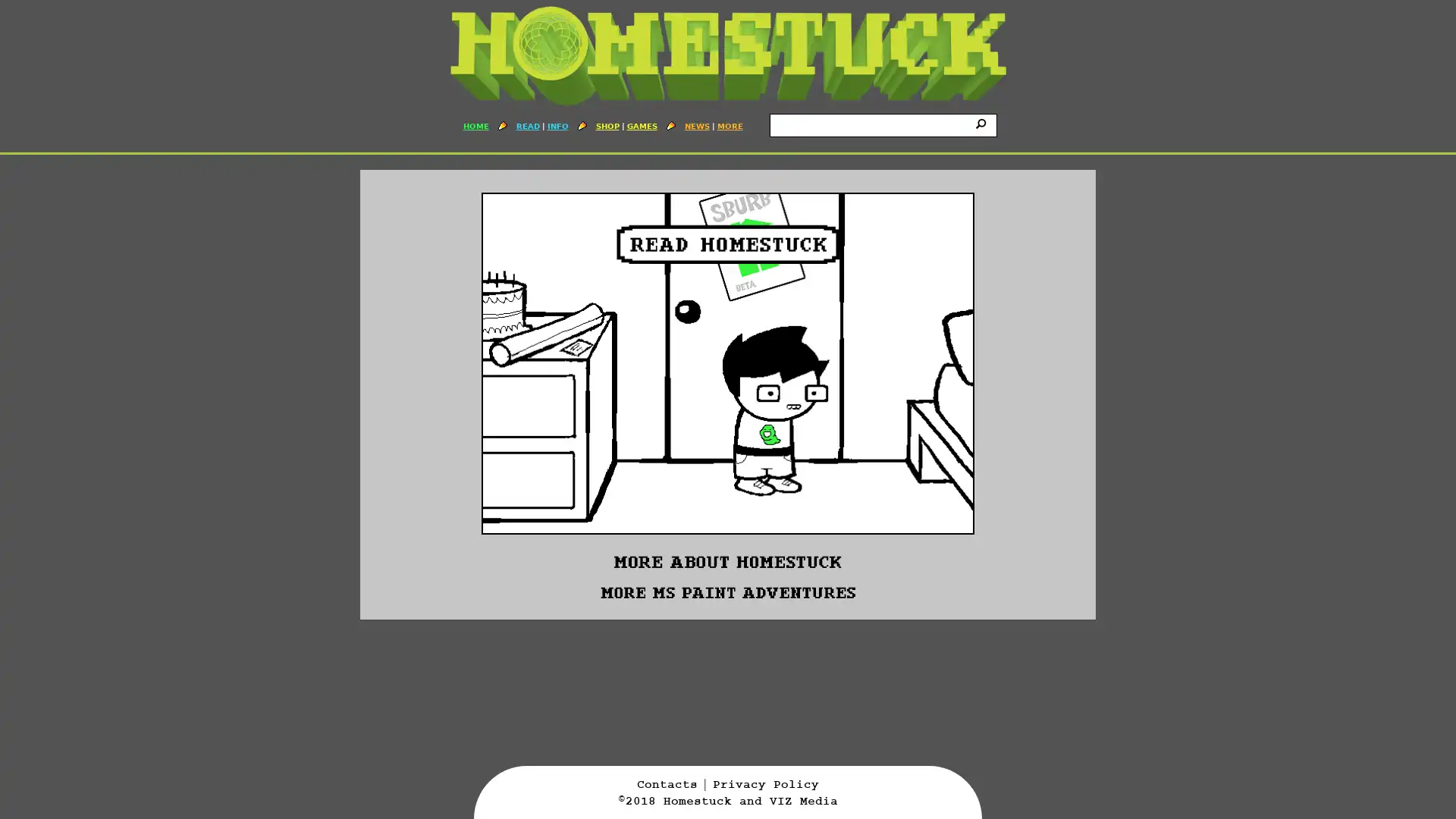  Describe the element at coordinates (983, 122) in the screenshot. I see `i` at that location.